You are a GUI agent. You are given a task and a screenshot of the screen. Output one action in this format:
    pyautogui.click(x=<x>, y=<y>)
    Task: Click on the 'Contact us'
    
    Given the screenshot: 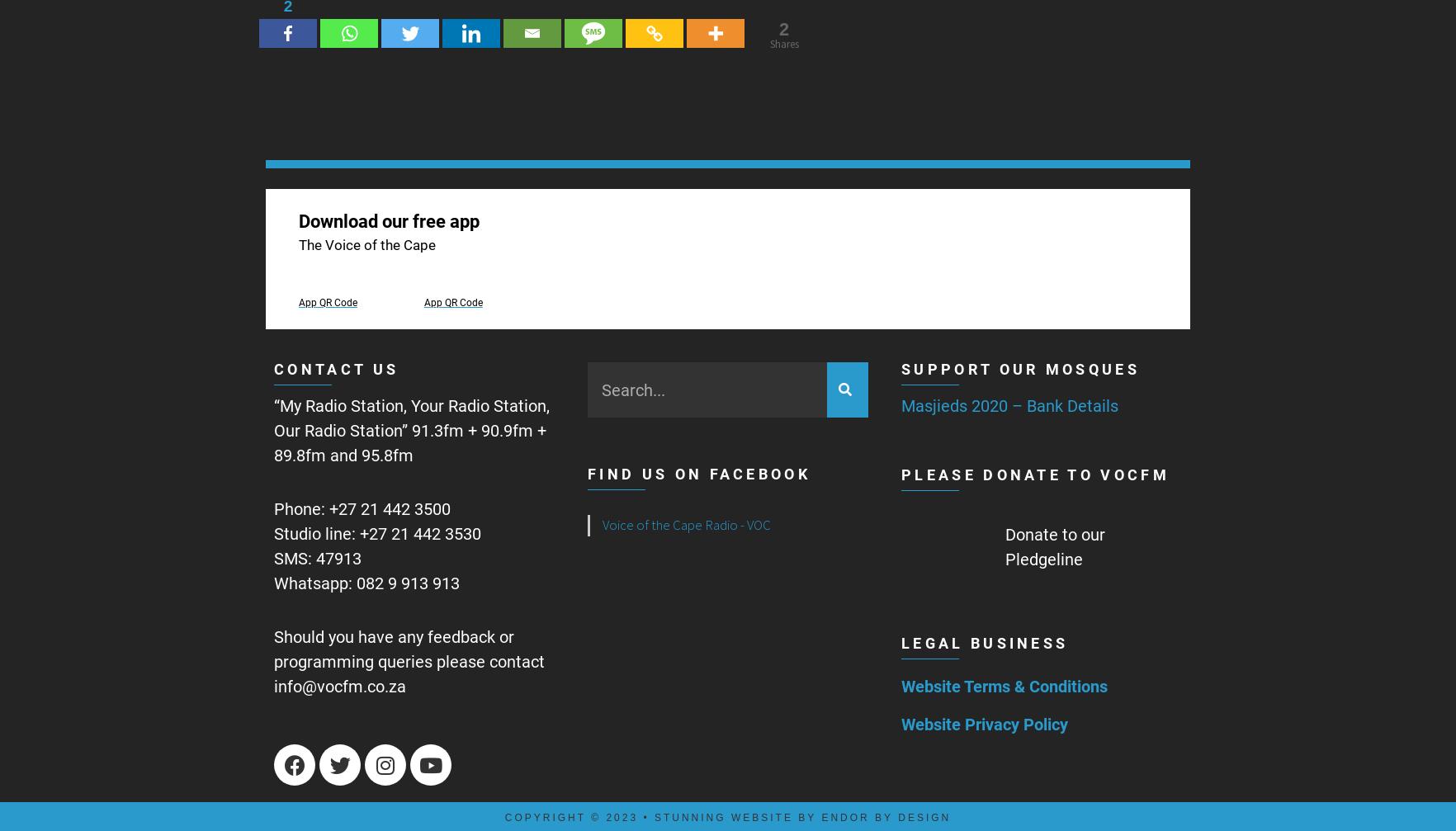 What is the action you would take?
    pyautogui.click(x=336, y=369)
    